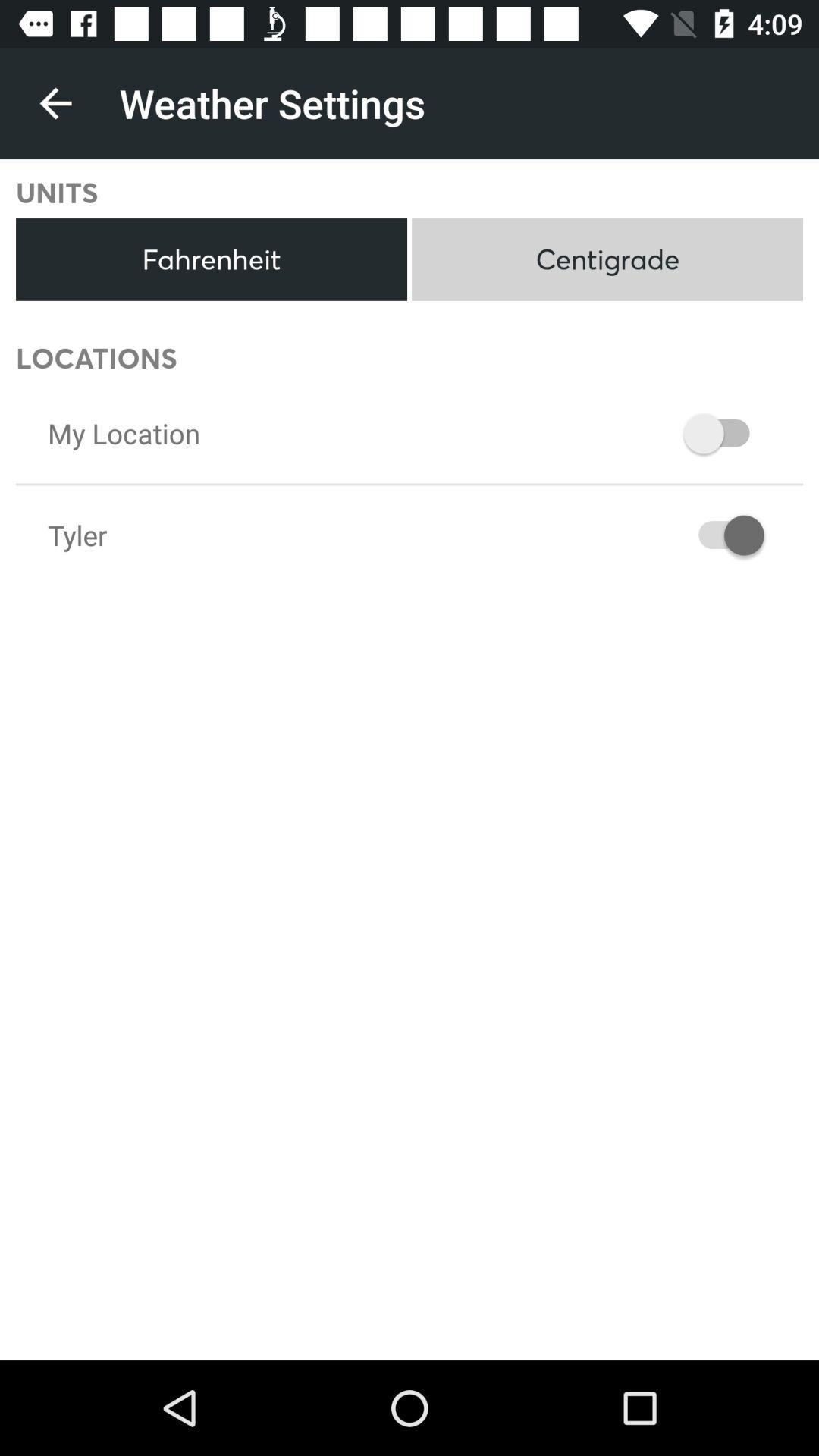  I want to click on centigrade, so click(607, 259).